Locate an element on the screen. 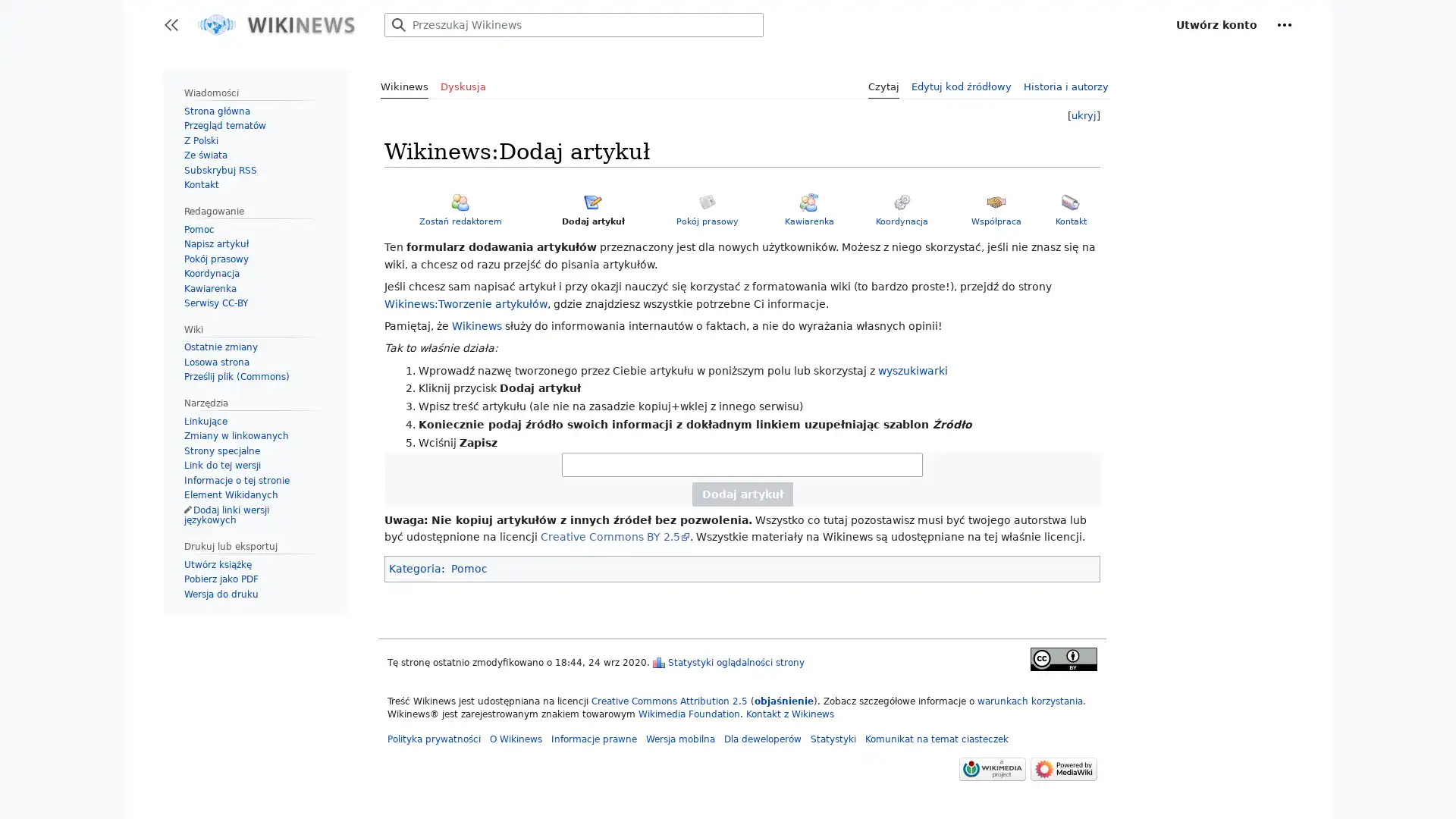 The height and width of the screenshot is (819, 1456). Przeacz panel boczny is located at coordinates (171, 25).